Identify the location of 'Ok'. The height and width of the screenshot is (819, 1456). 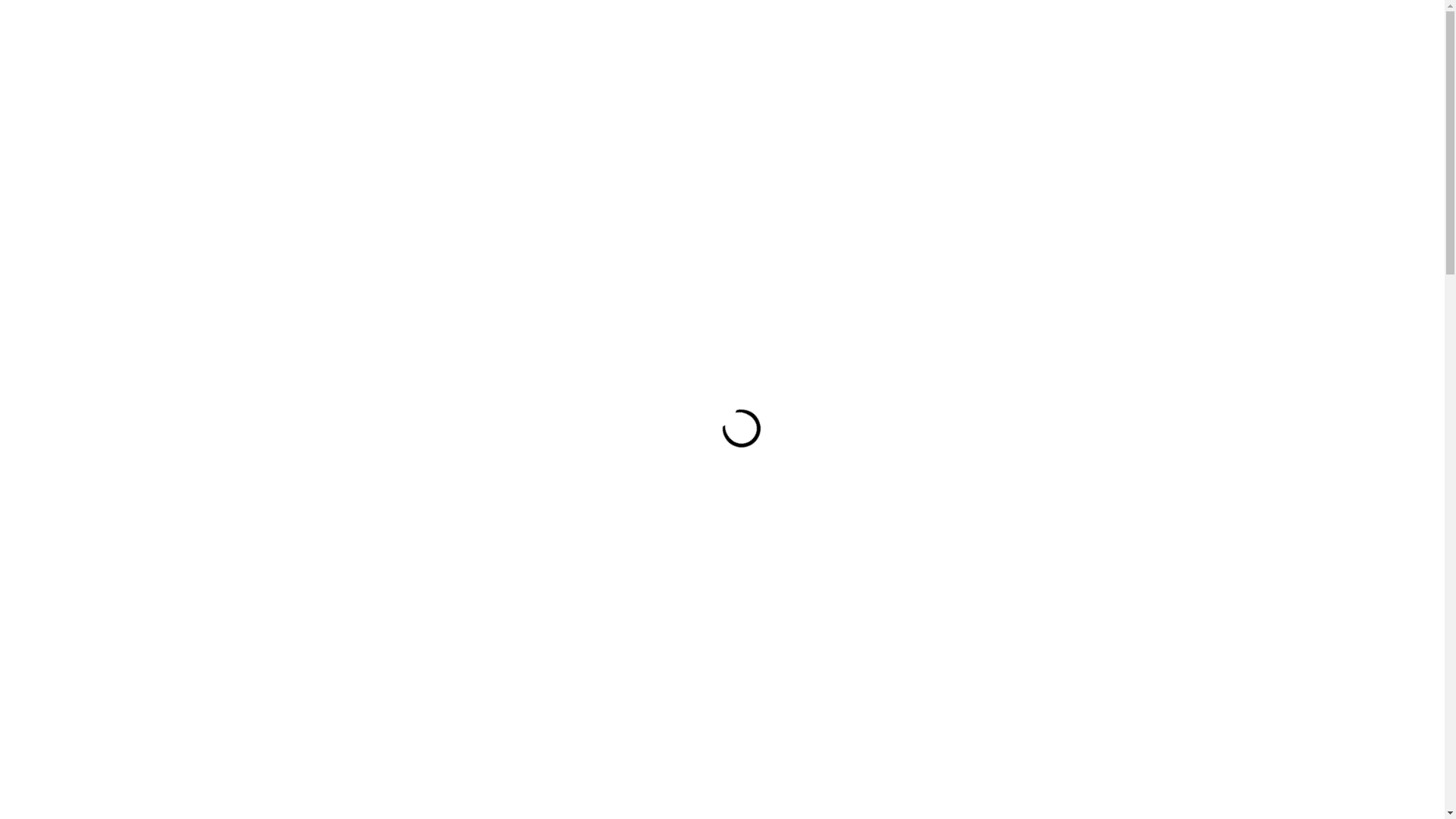
(1231, 734).